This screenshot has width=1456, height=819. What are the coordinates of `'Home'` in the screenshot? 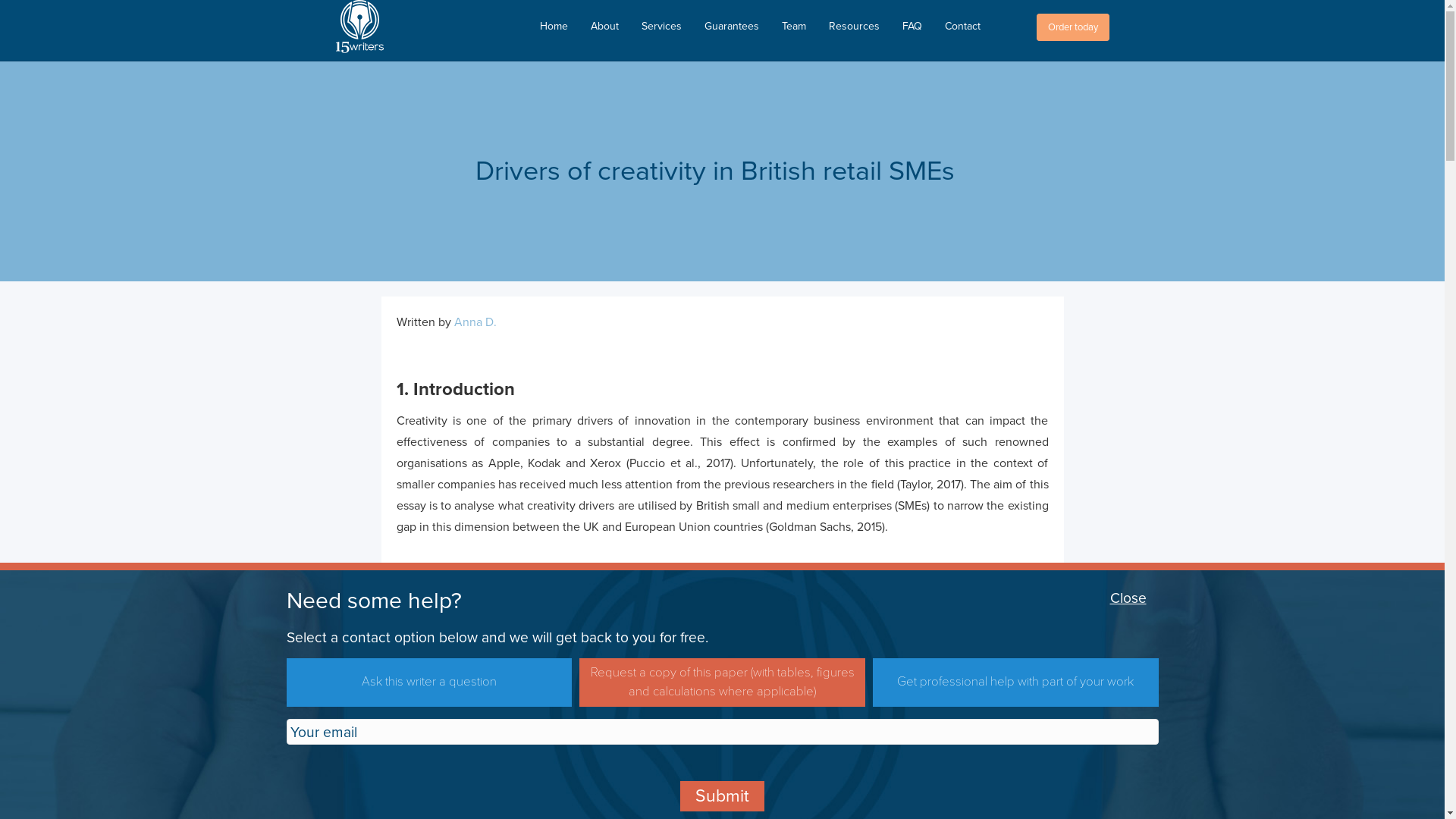 It's located at (528, 26).